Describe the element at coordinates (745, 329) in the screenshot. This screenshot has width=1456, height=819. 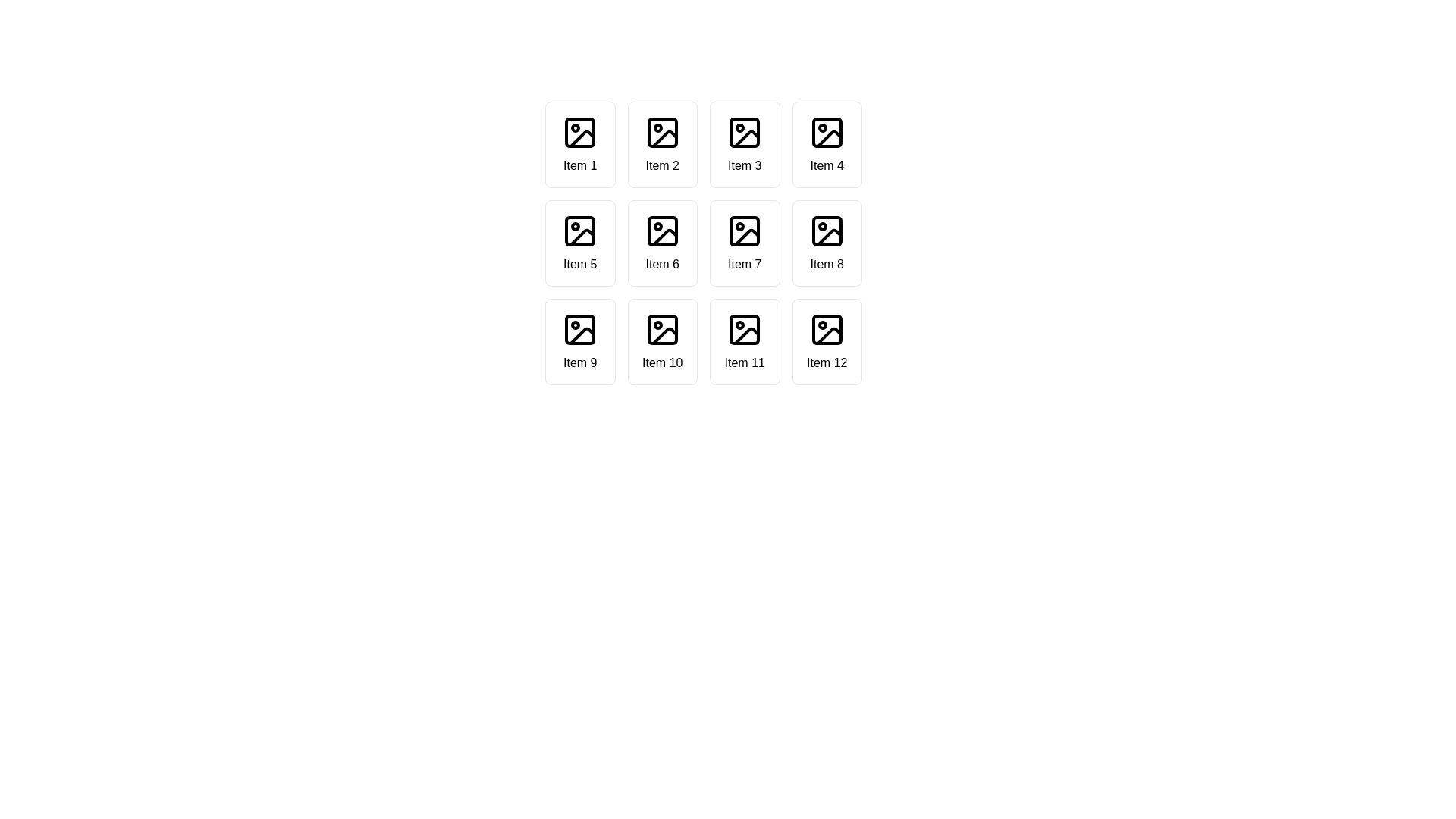
I see `the icon that represents an image, which is visually centered above the text 'Item 11' in the third row and third column of a 4x3 grid layout` at that location.